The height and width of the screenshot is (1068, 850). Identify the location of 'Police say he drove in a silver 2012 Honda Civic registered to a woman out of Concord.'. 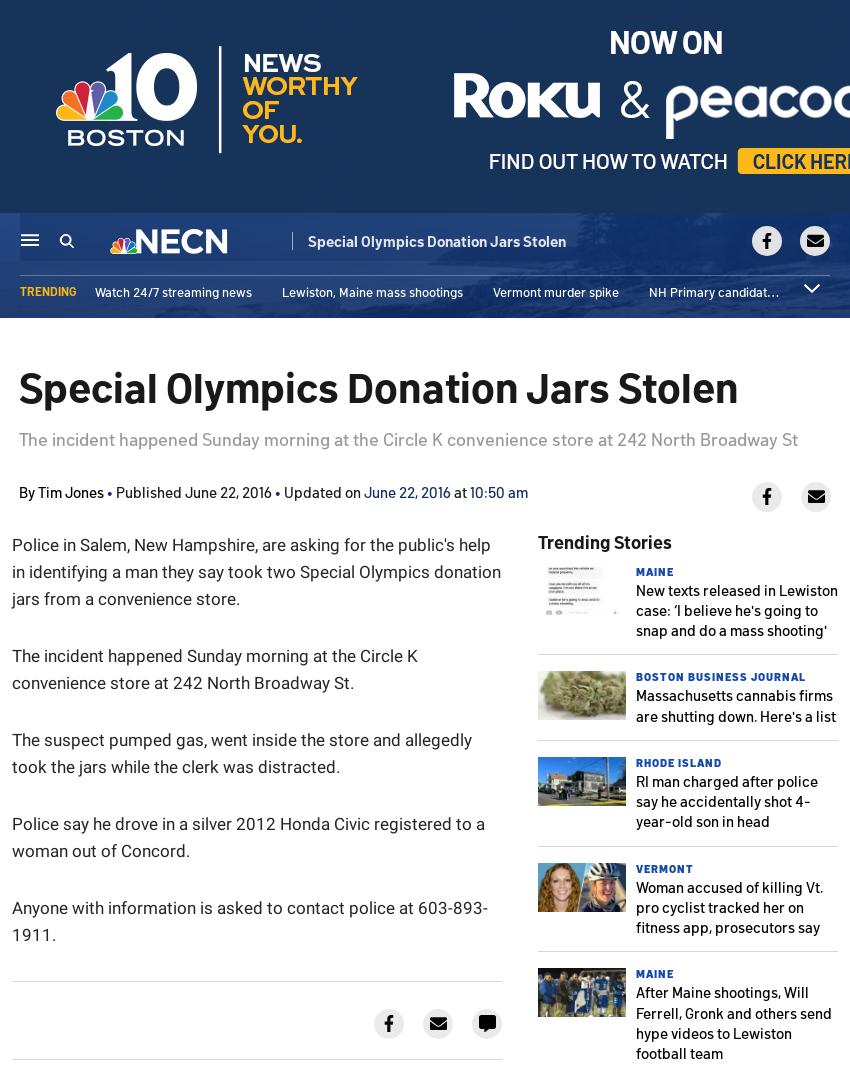
(10, 835).